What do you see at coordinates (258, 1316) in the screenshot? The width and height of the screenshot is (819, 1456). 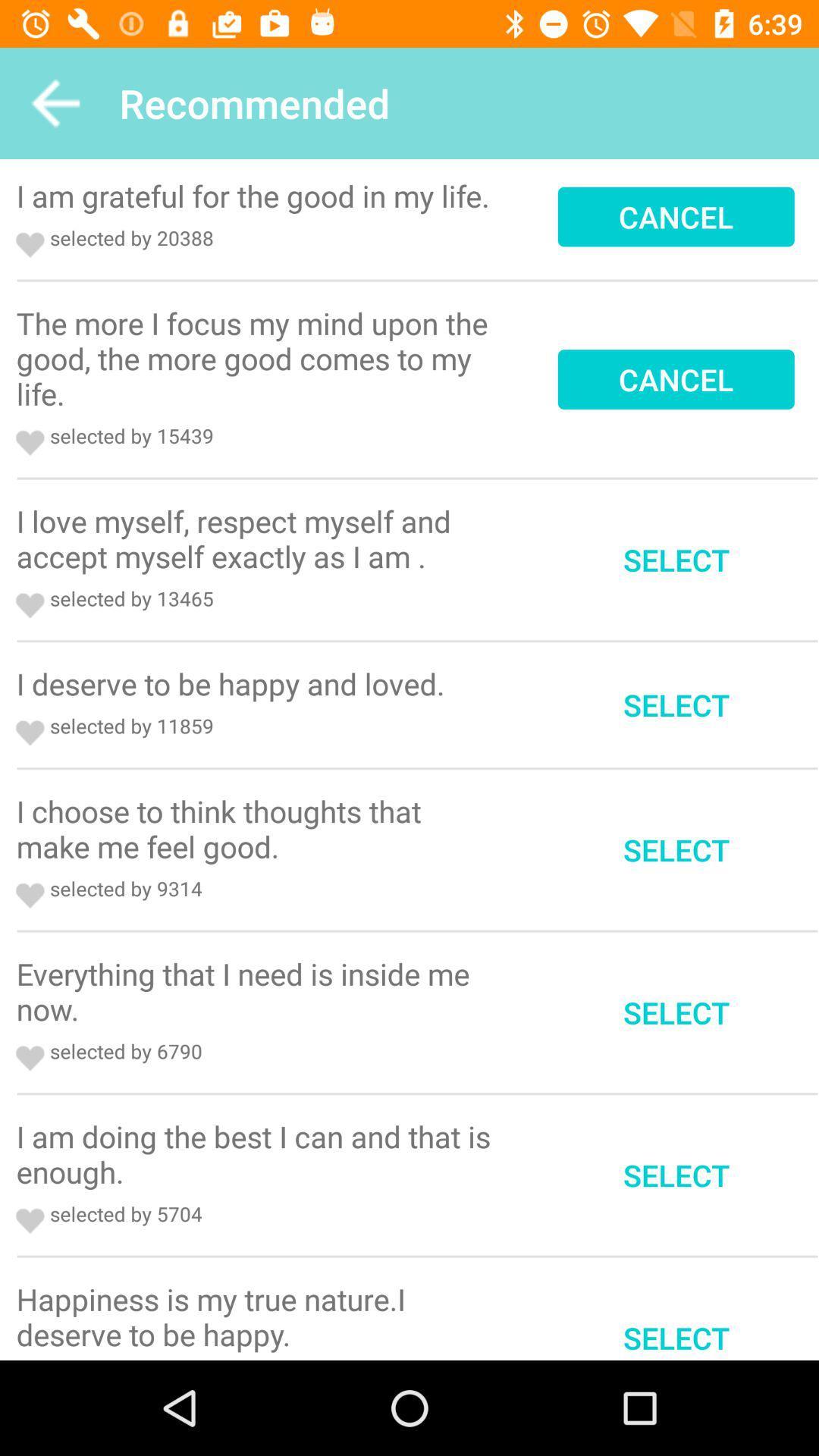 I see `the happiness is my item` at bounding box center [258, 1316].